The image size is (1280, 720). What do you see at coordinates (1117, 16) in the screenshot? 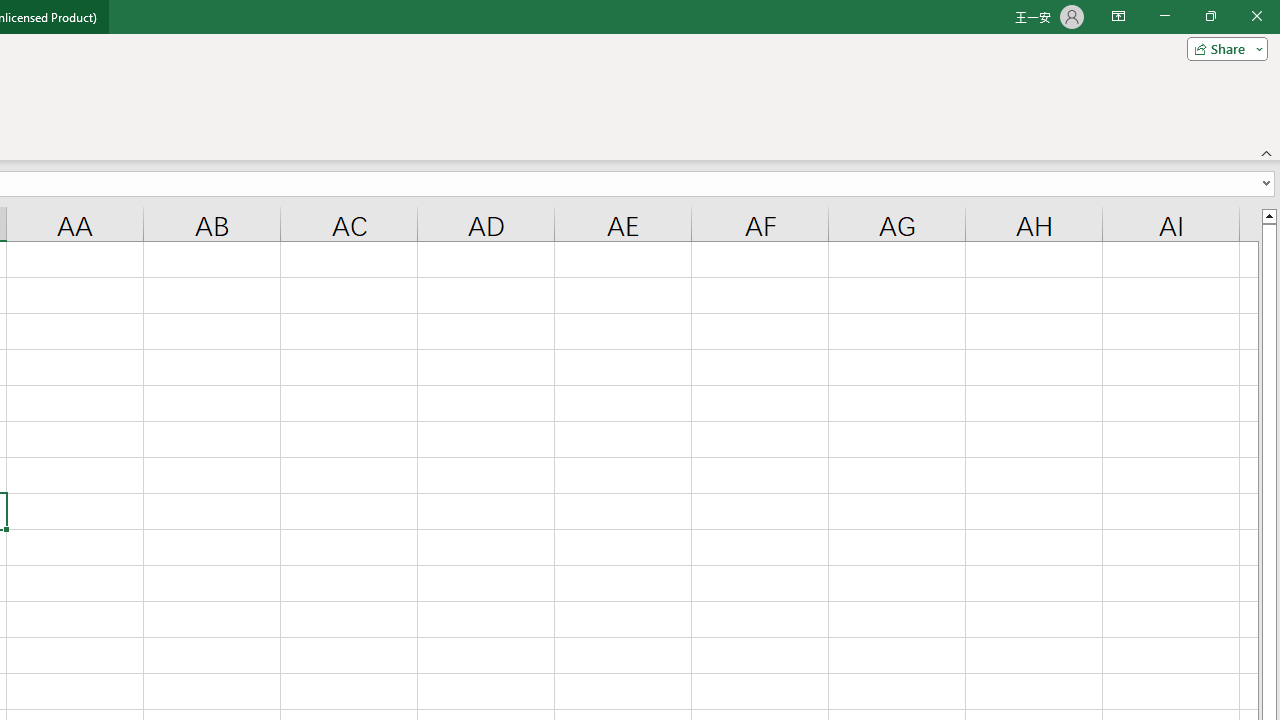
I see `'Ribbon Display Options'` at bounding box center [1117, 16].